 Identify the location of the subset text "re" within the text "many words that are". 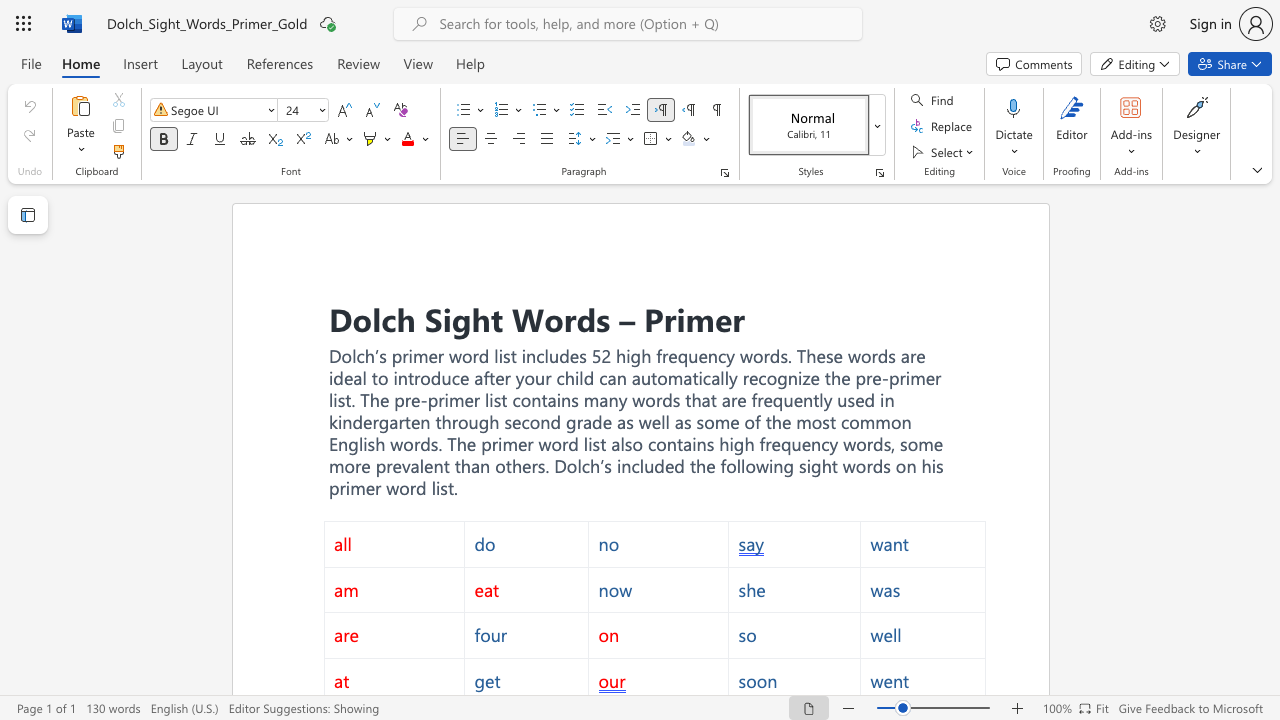
(729, 400).